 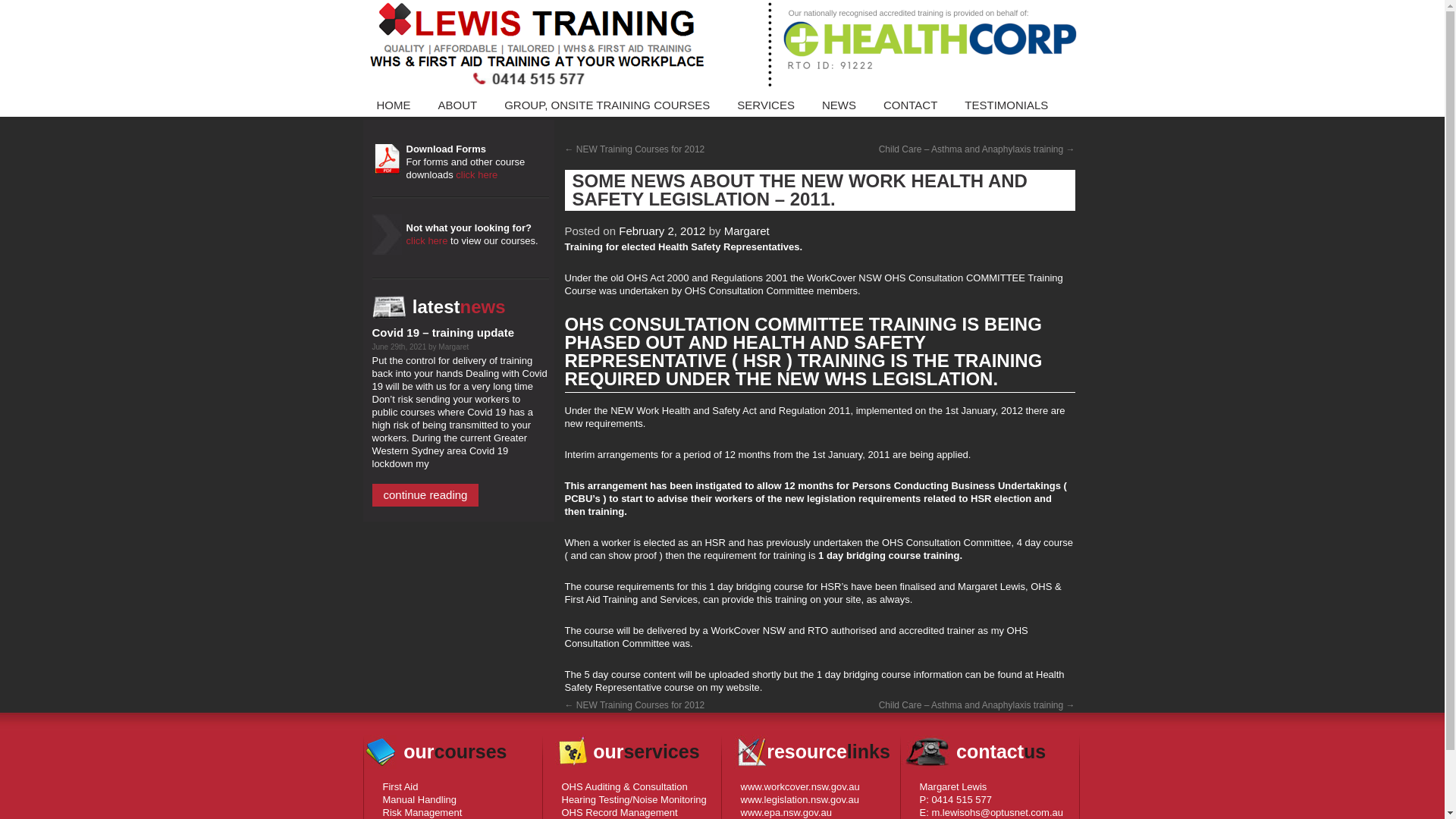 I want to click on 'TESTIMONIALS', so click(x=1006, y=104).